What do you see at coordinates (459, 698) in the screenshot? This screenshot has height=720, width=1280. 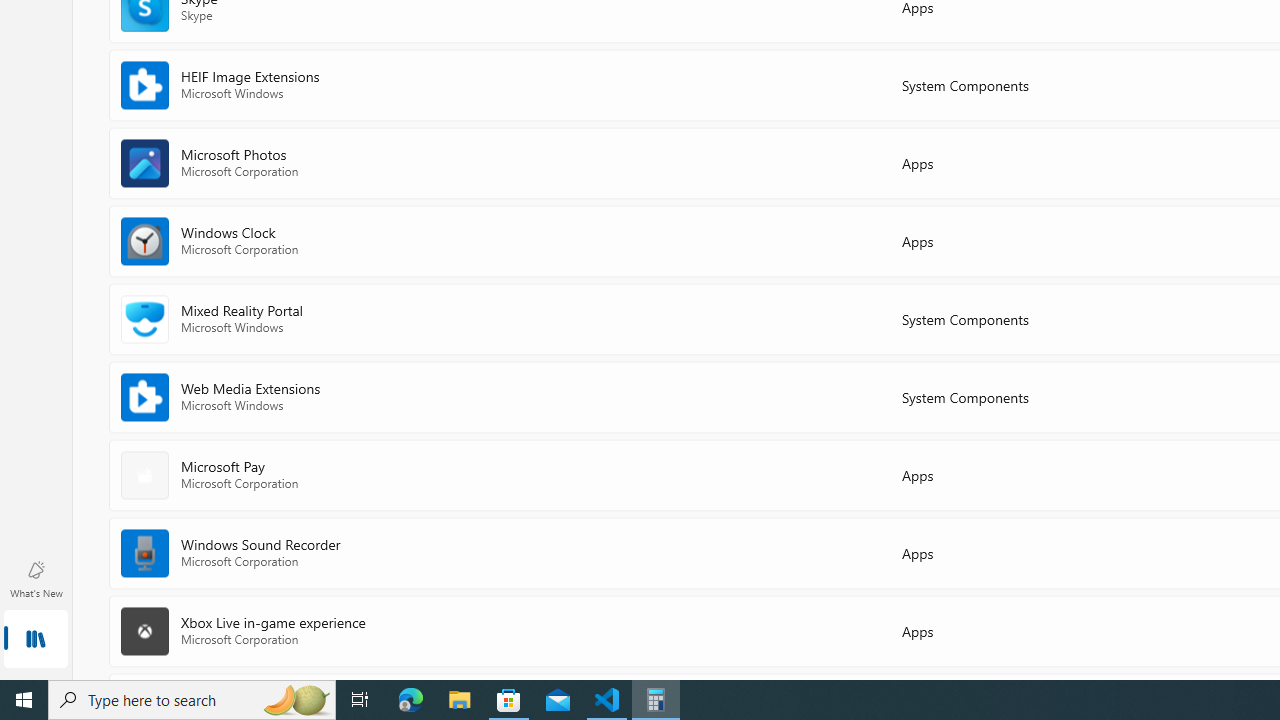 I see `'File Explorer'` at bounding box center [459, 698].